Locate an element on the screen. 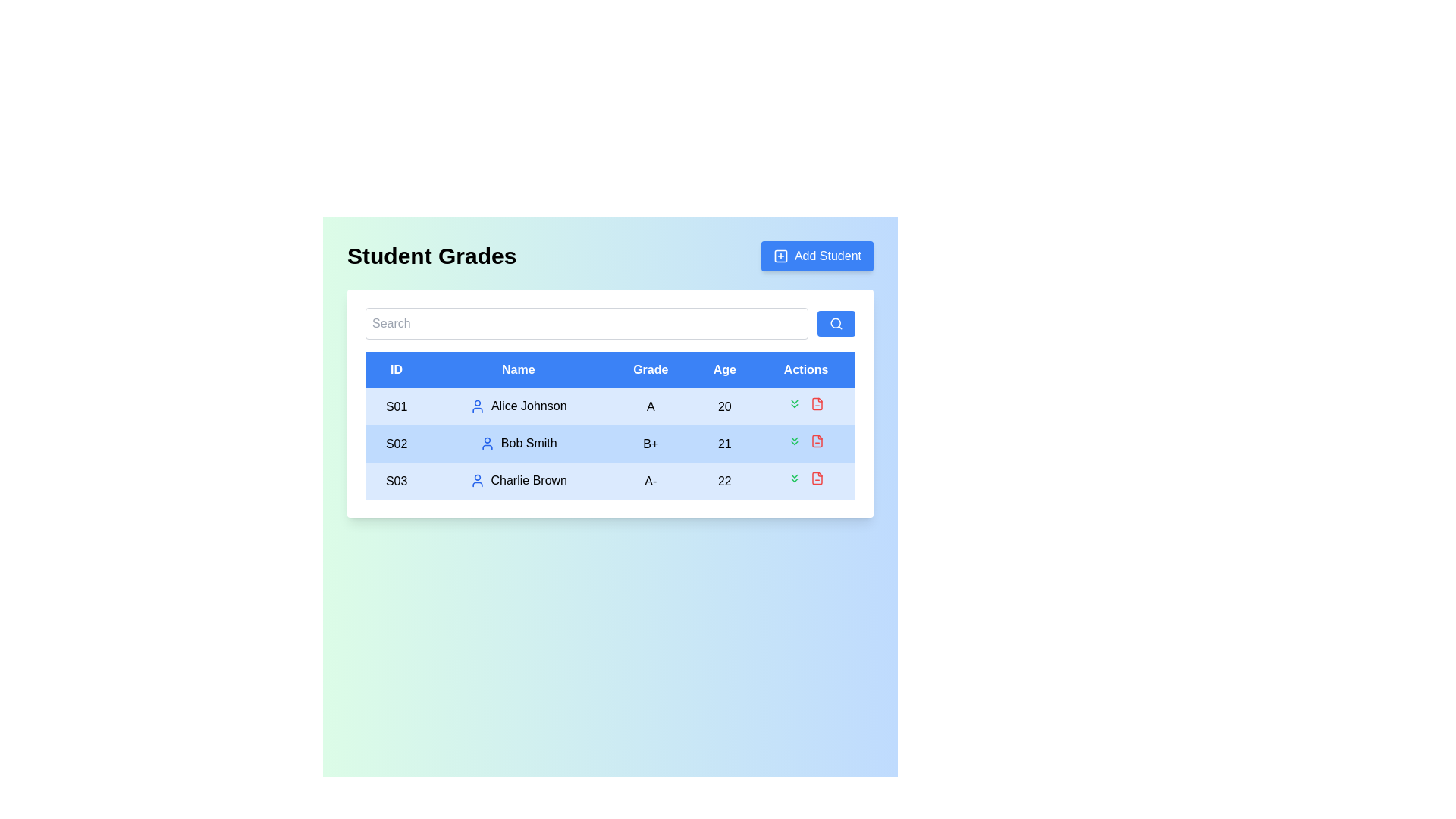  the Table Header Cell labeled 'Name', which is a rectangular cell with white text on a blue background, located in the header row of the table is located at coordinates (518, 370).